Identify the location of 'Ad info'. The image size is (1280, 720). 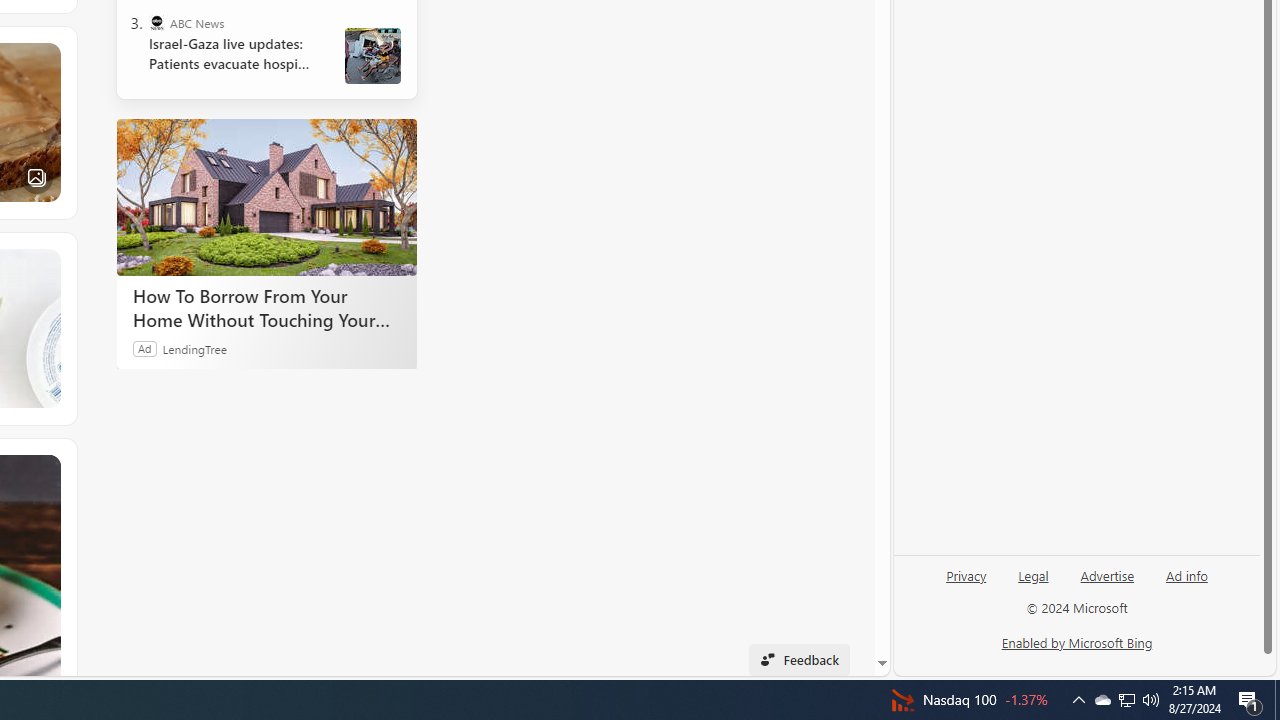
(1186, 583).